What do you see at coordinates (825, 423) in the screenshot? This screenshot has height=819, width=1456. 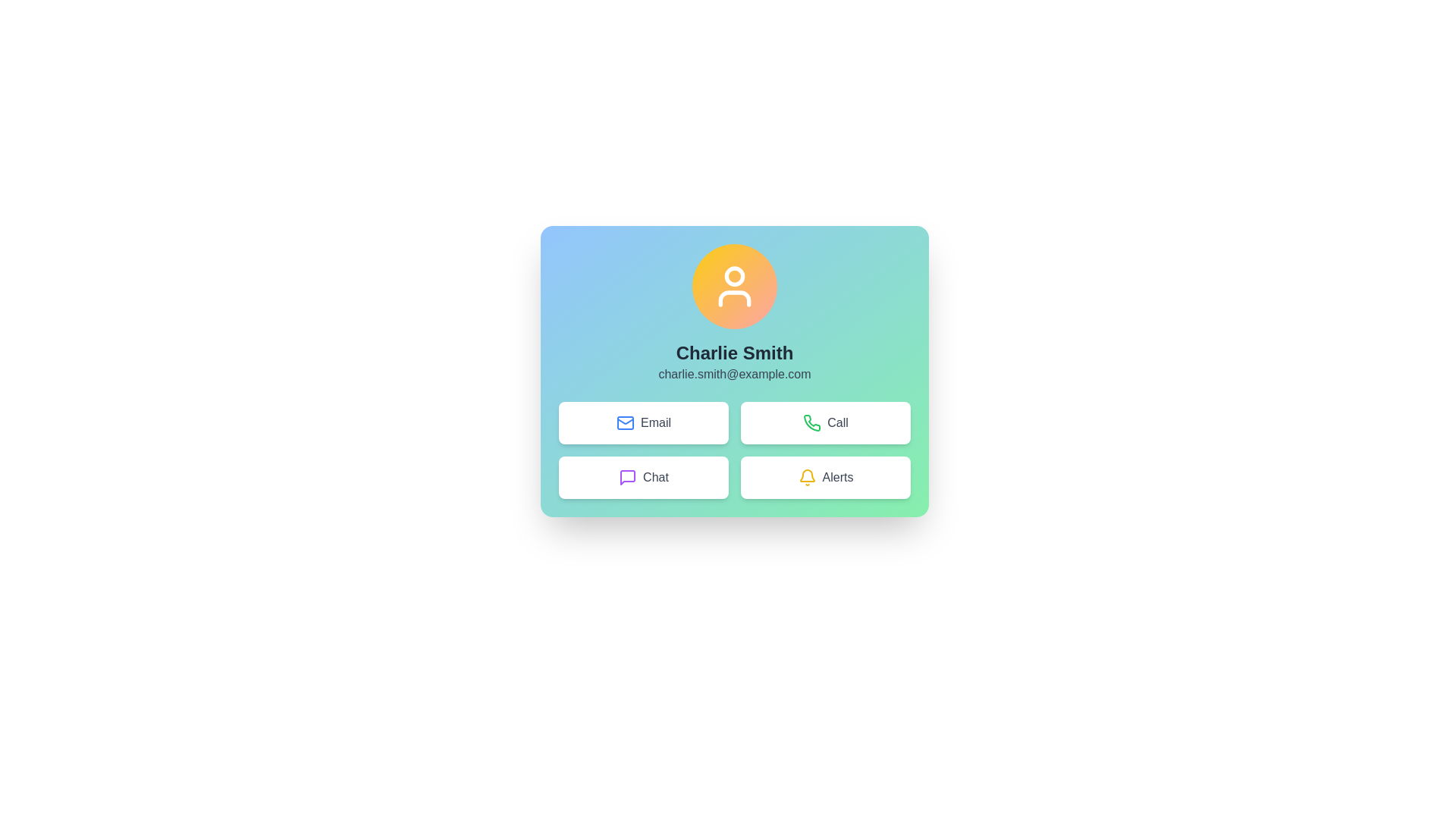 I see `the 'Call' button located in the top-right corner of the grid, which has a green phone icon and is the second button in the first row, to initiate a call` at bounding box center [825, 423].